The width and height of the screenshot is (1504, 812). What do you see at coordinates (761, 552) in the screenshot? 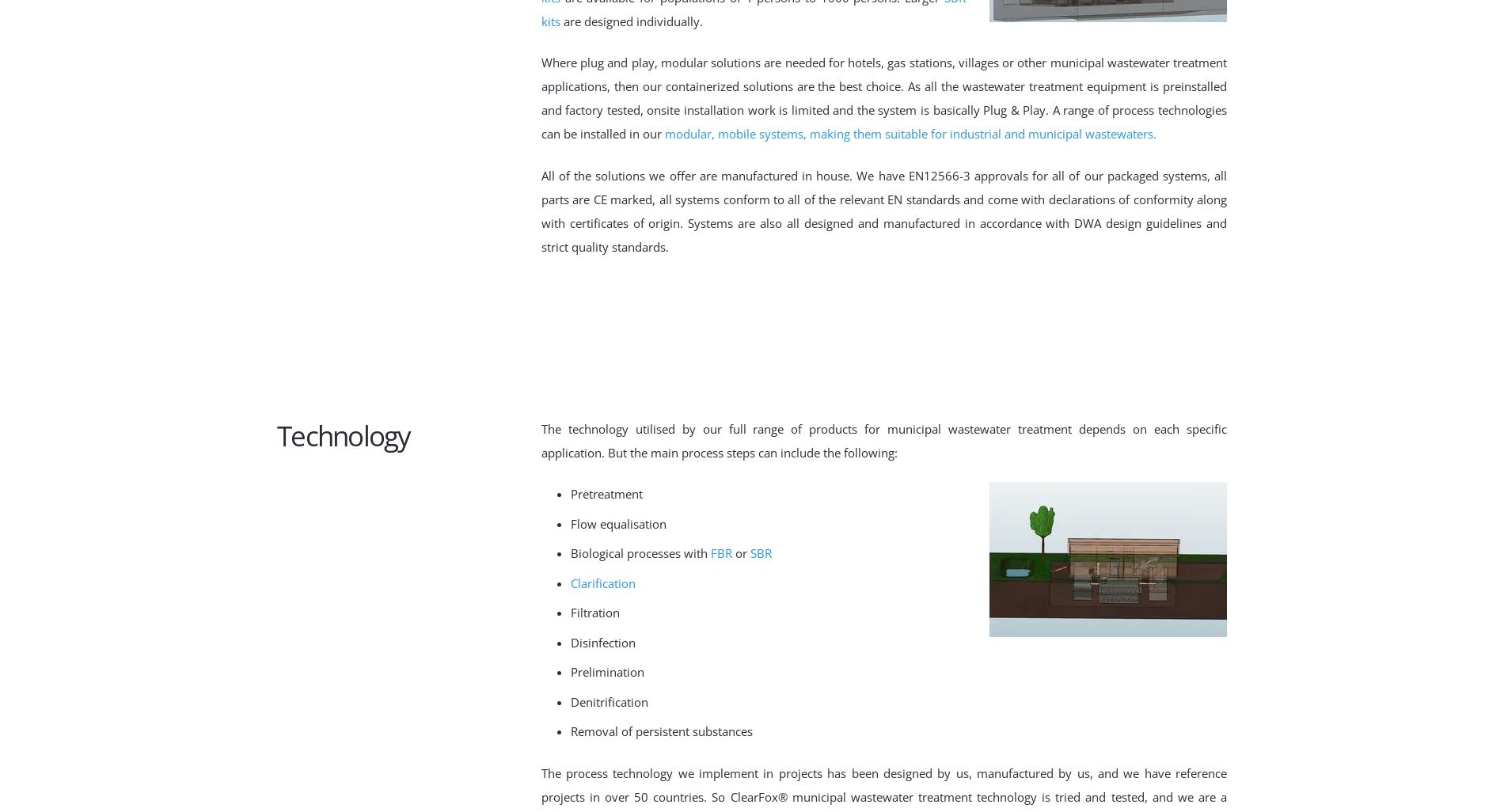
I see `'SBR'` at bounding box center [761, 552].